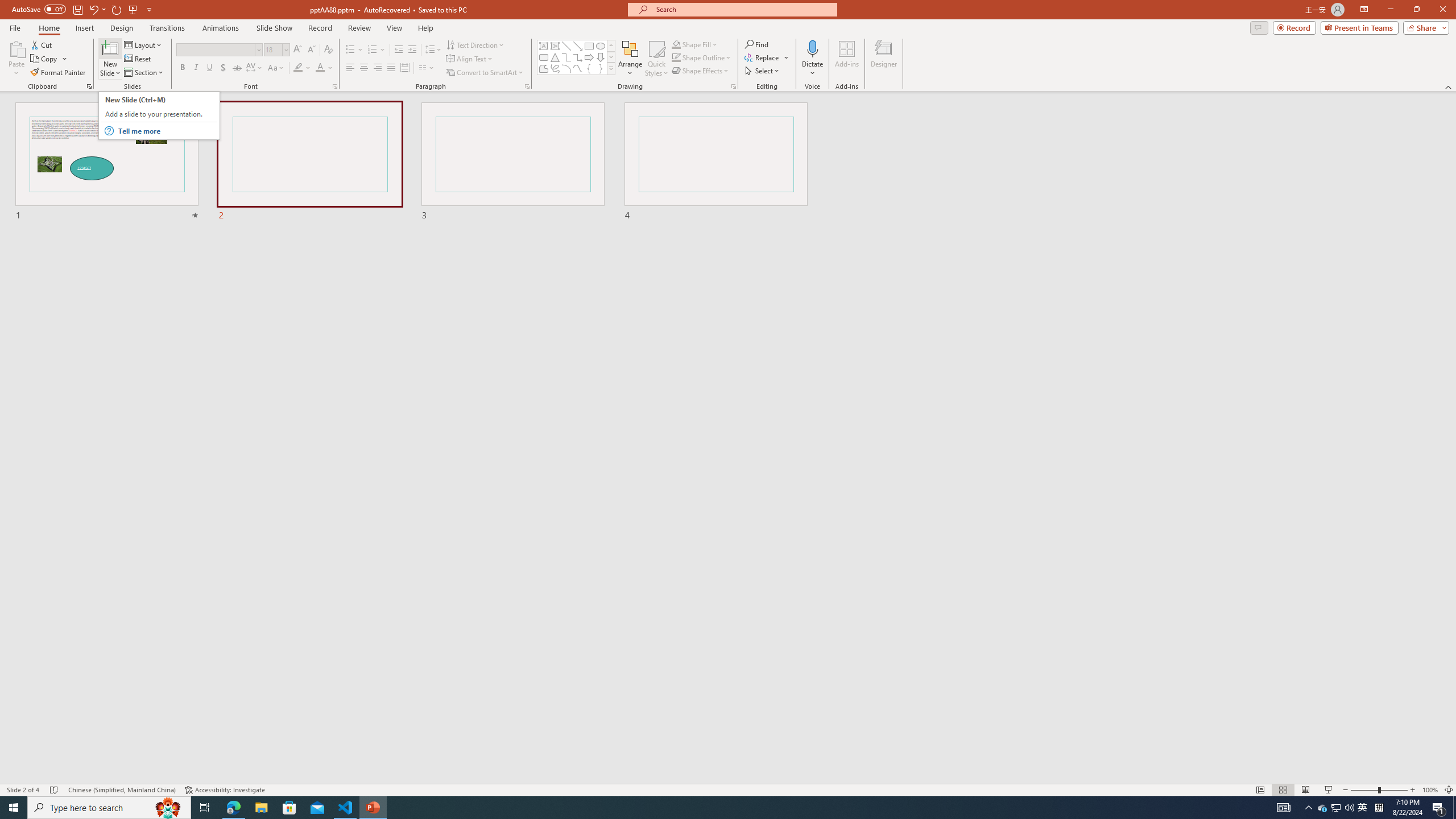  What do you see at coordinates (565, 68) in the screenshot?
I see `'Arc'` at bounding box center [565, 68].